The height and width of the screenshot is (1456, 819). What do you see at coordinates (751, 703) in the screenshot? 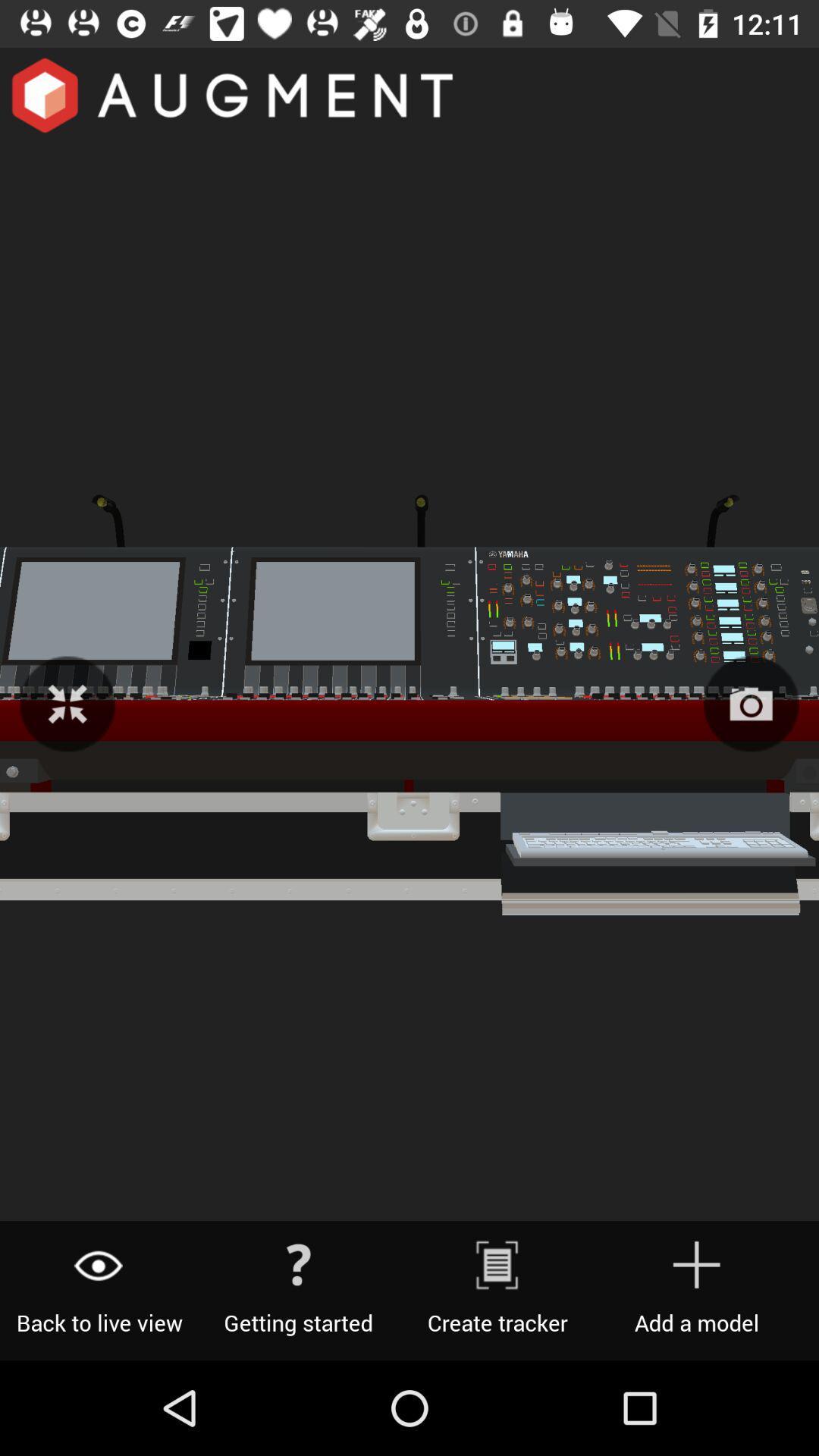
I see `camera option` at bounding box center [751, 703].